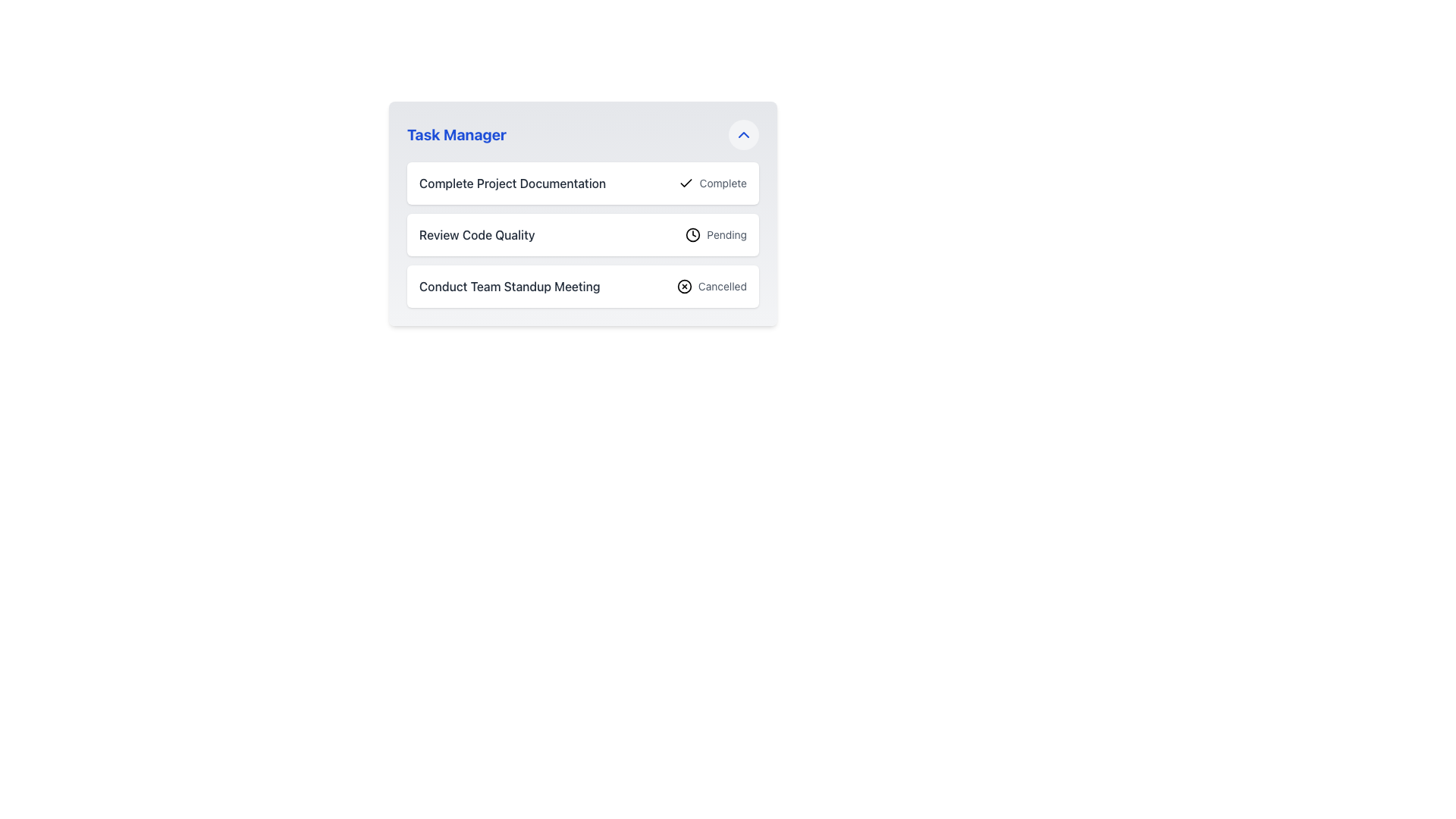 This screenshot has height=819, width=1456. Describe the element at coordinates (513, 183) in the screenshot. I see `the text 'Complete Project Documentation' from the text label located at the top-left section of the task entry card` at that location.